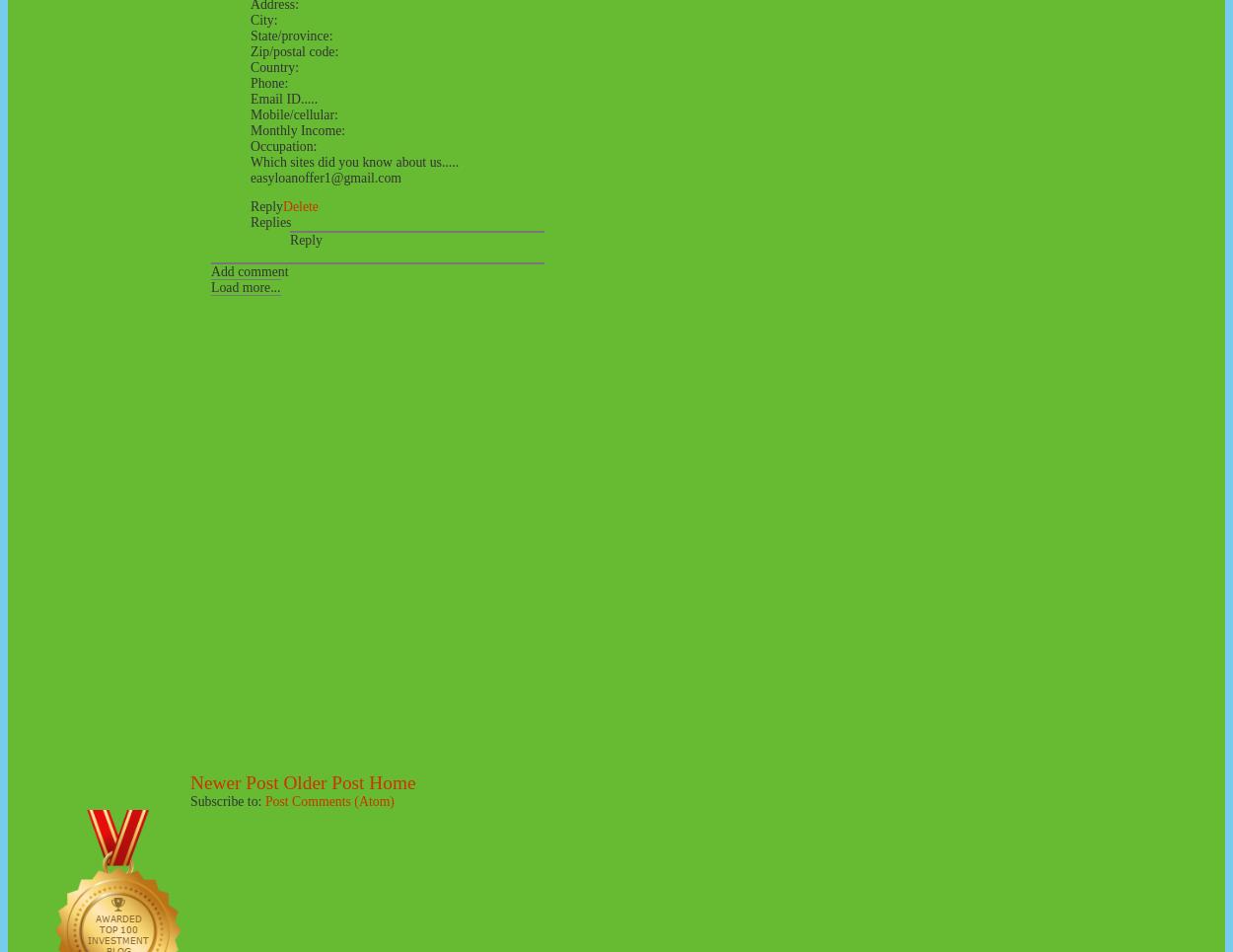 The height and width of the screenshot is (952, 1233). What do you see at coordinates (250, 271) in the screenshot?
I see `'Add comment'` at bounding box center [250, 271].